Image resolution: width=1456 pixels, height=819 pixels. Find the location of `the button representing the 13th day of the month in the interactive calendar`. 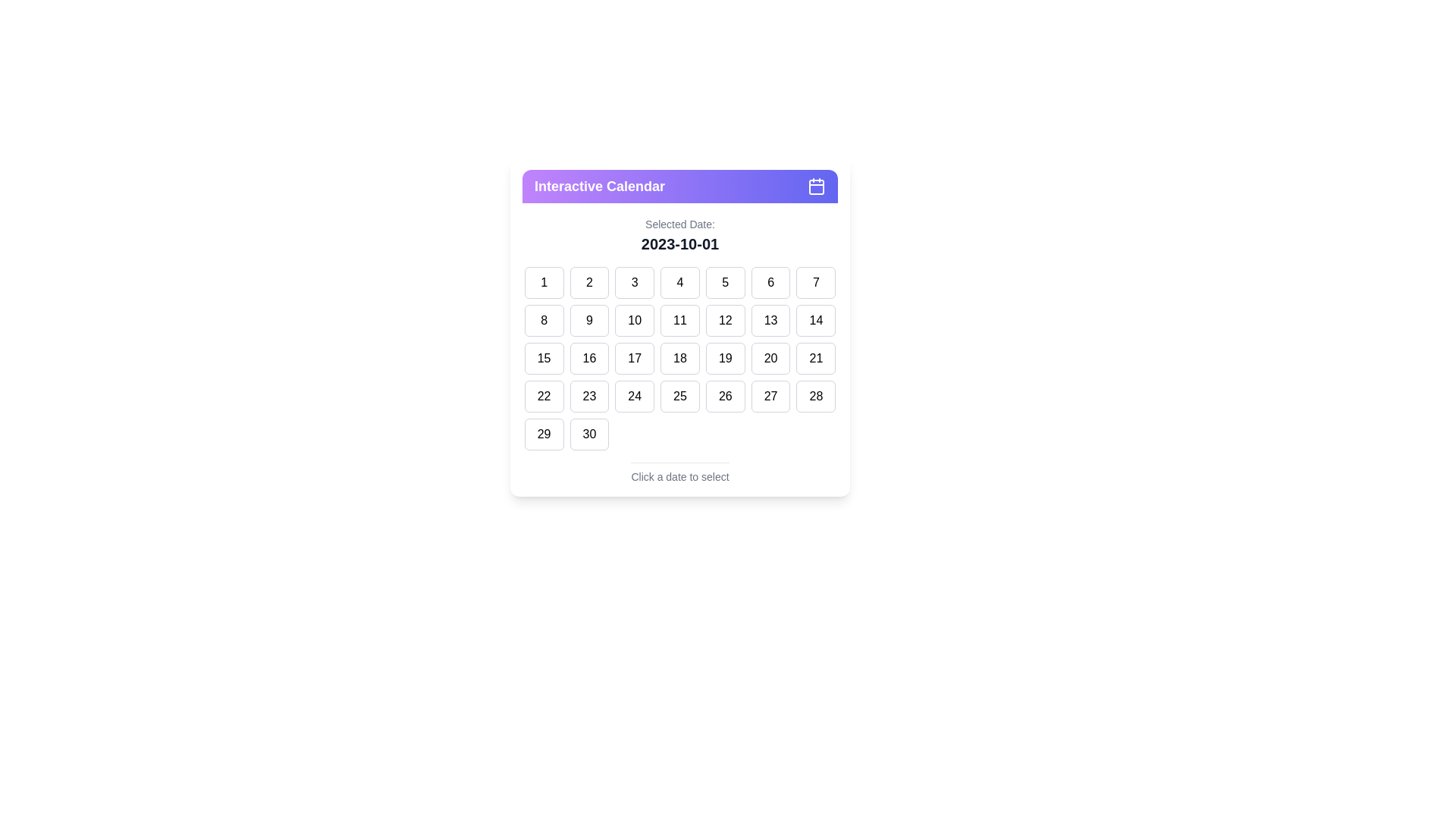

the button representing the 13th day of the month in the interactive calendar is located at coordinates (770, 320).